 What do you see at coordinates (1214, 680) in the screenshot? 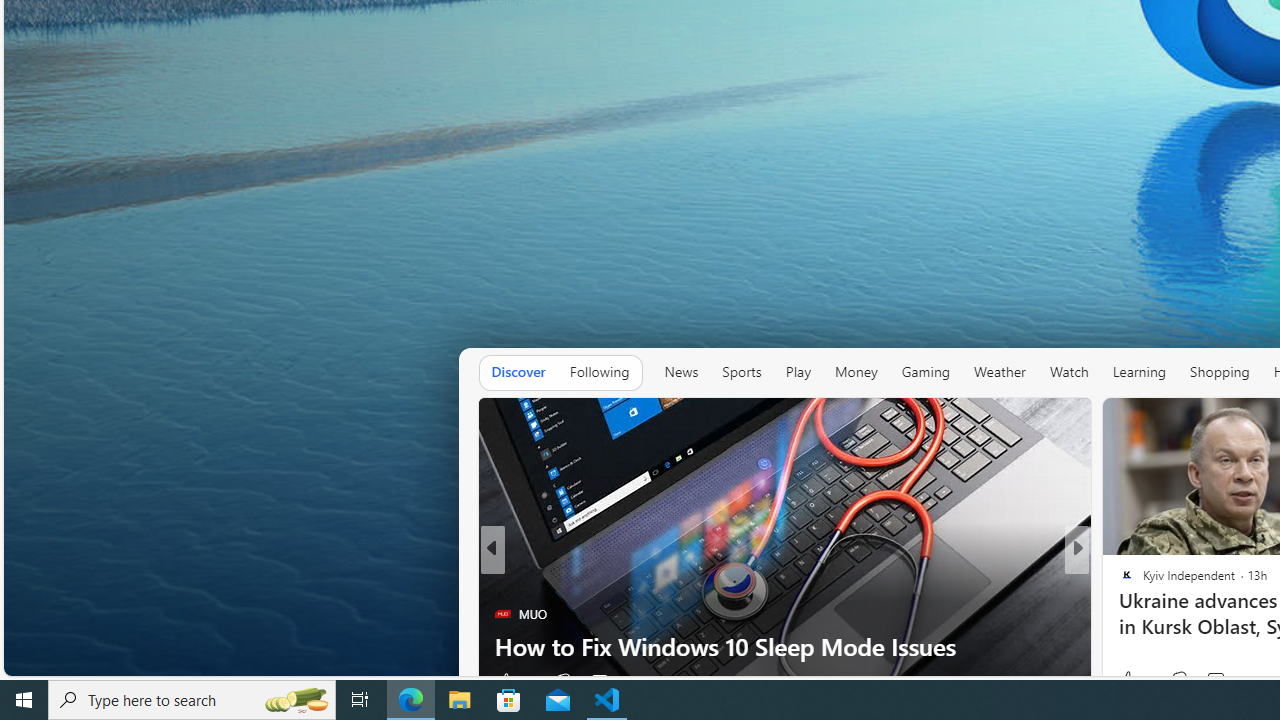
I see `'View comments 11 Comment'` at bounding box center [1214, 680].